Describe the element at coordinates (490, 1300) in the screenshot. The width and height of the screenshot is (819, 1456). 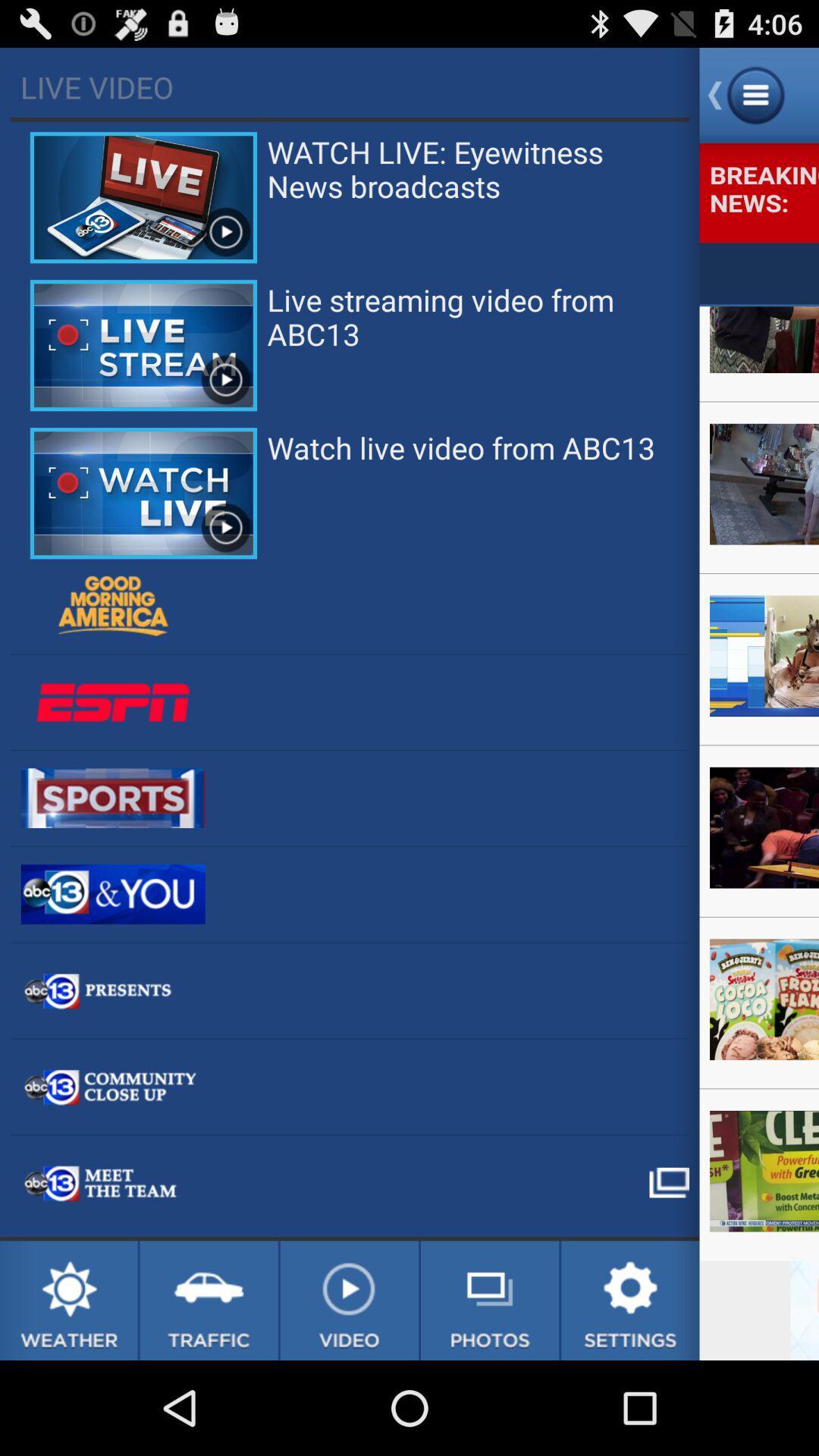
I see `photos` at that location.